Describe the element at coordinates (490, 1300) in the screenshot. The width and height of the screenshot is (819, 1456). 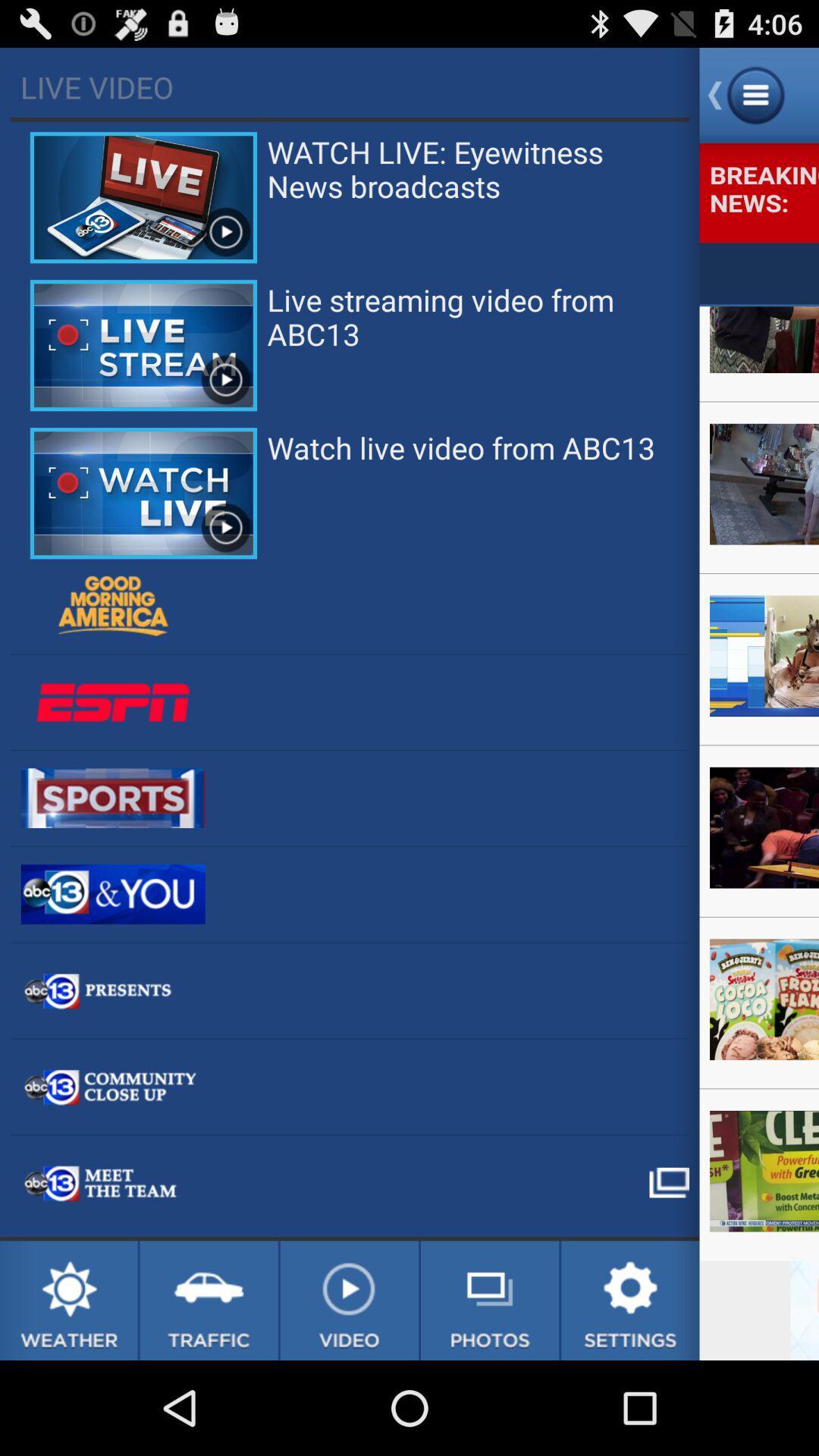
I see `photos` at that location.